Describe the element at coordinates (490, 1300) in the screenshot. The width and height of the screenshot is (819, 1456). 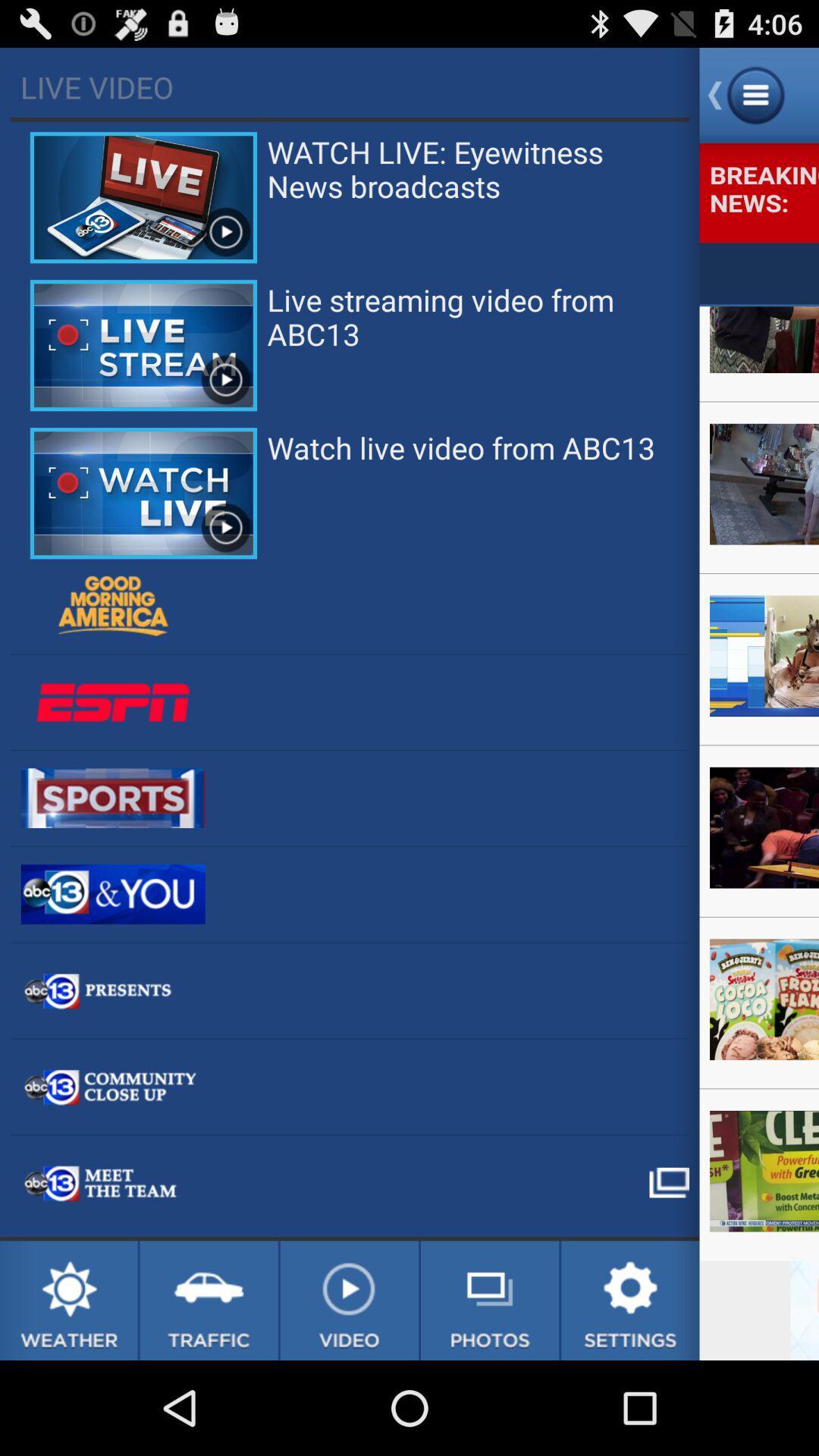
I see `photos` at that location.